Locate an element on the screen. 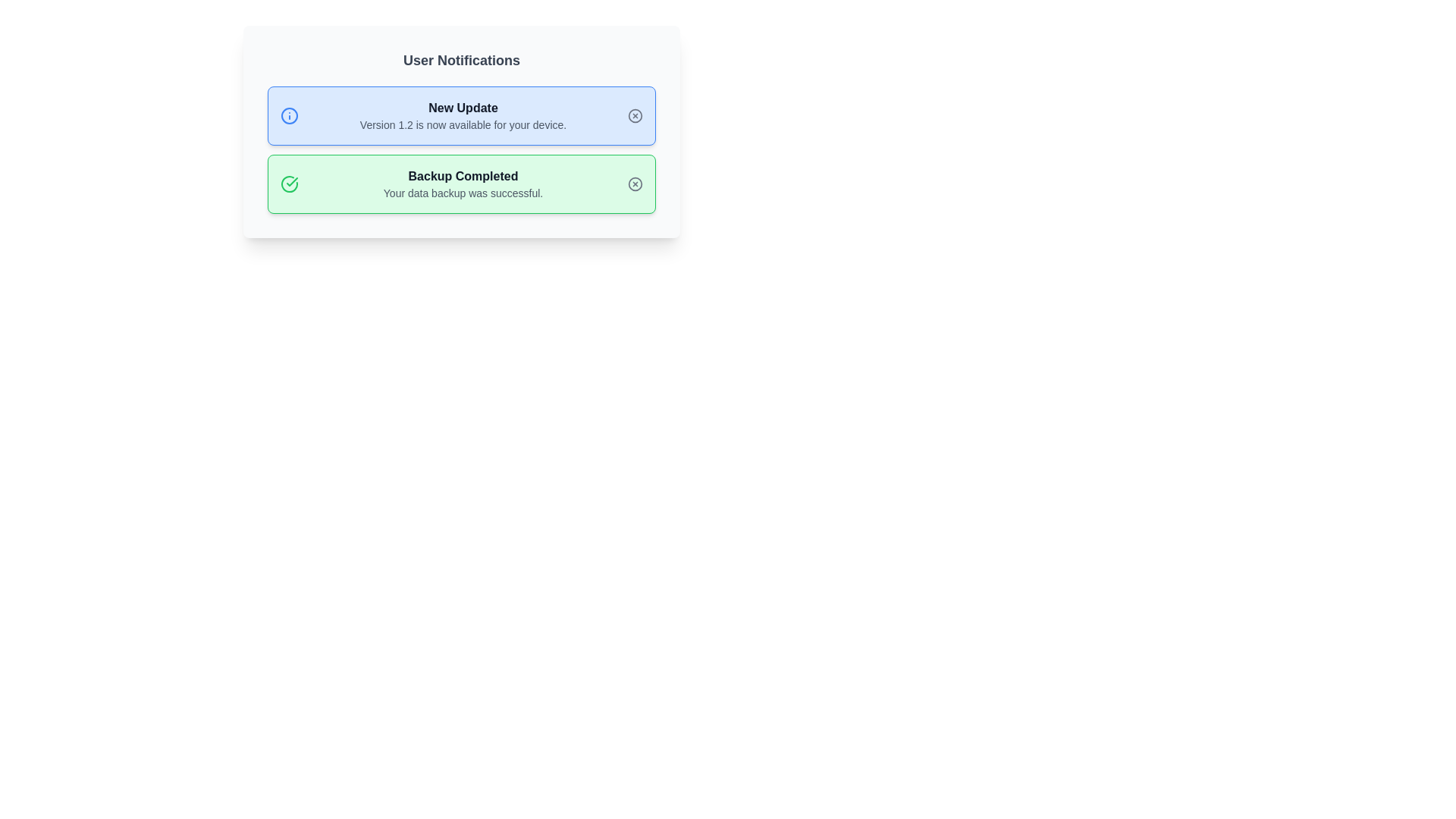  the information icon located at the top-left of the notifications panel, next to the text 'New Update' is located at coordinates (290, 115).